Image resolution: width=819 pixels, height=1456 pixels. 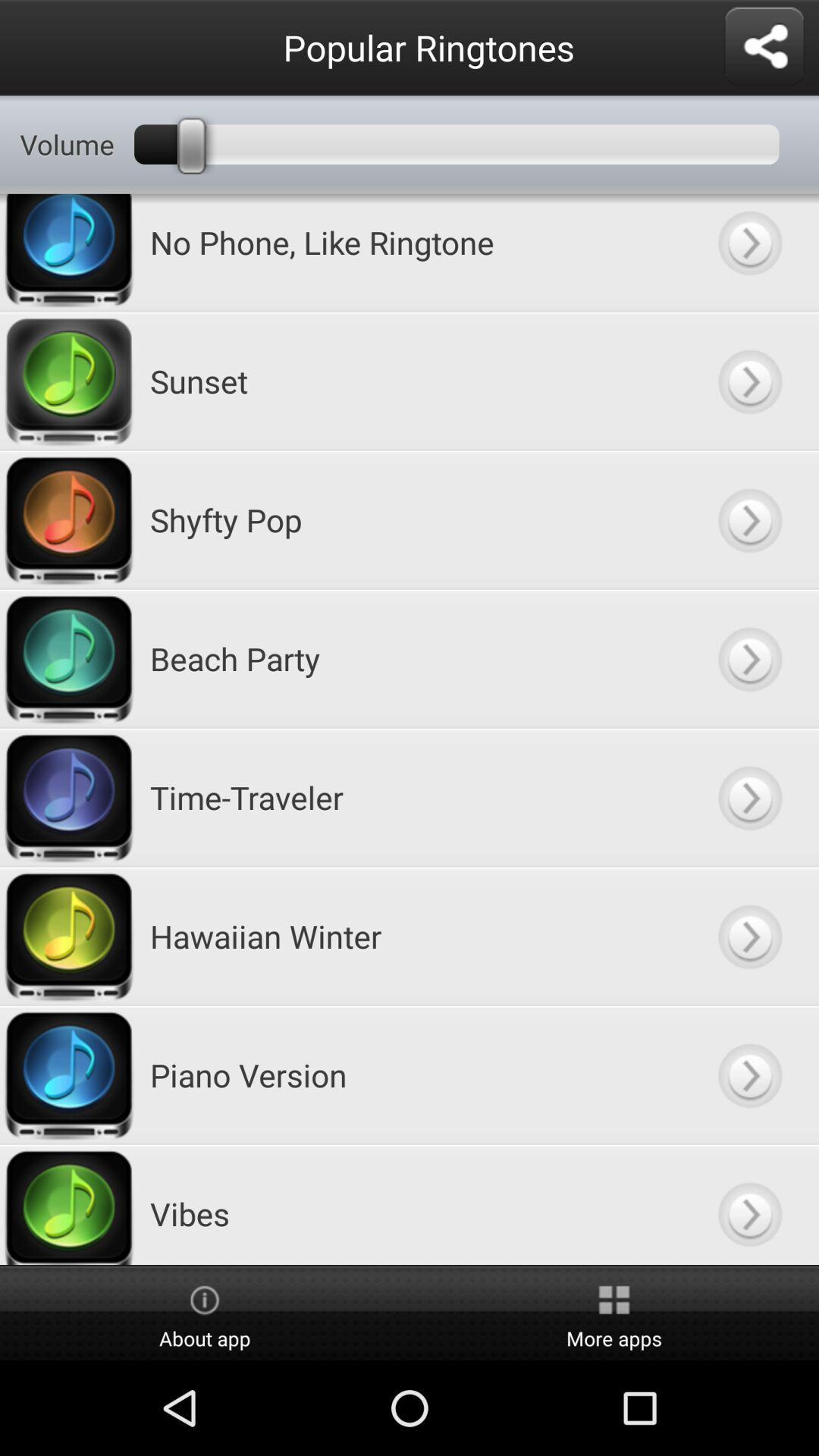 What do you see at coordinates (748, 519) in the screenshot?
I see `open shyfty pop` at bounding box center [748, 519].